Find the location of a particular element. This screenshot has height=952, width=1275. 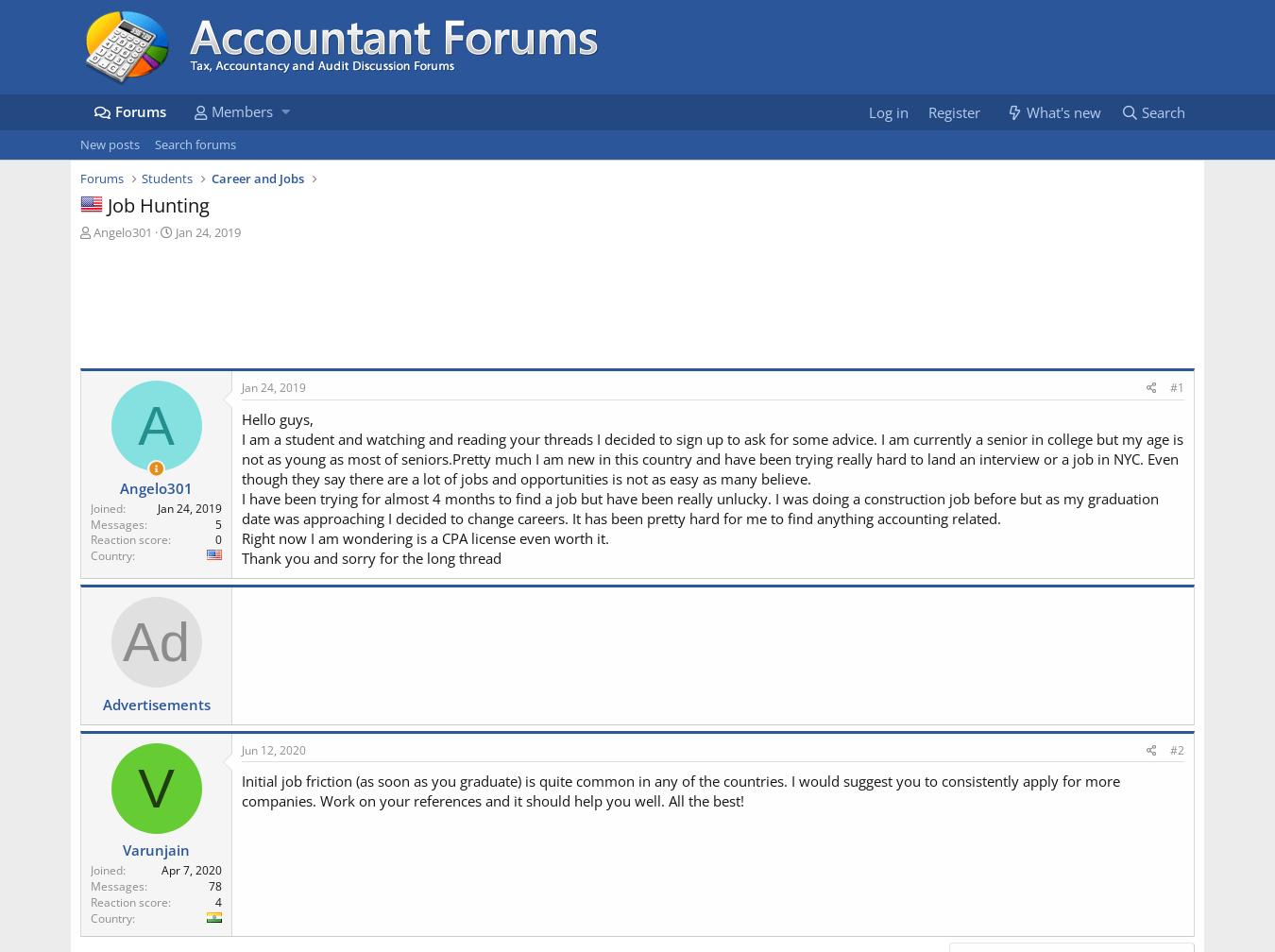

'Advertisements' is located at coordinates (155, 704).